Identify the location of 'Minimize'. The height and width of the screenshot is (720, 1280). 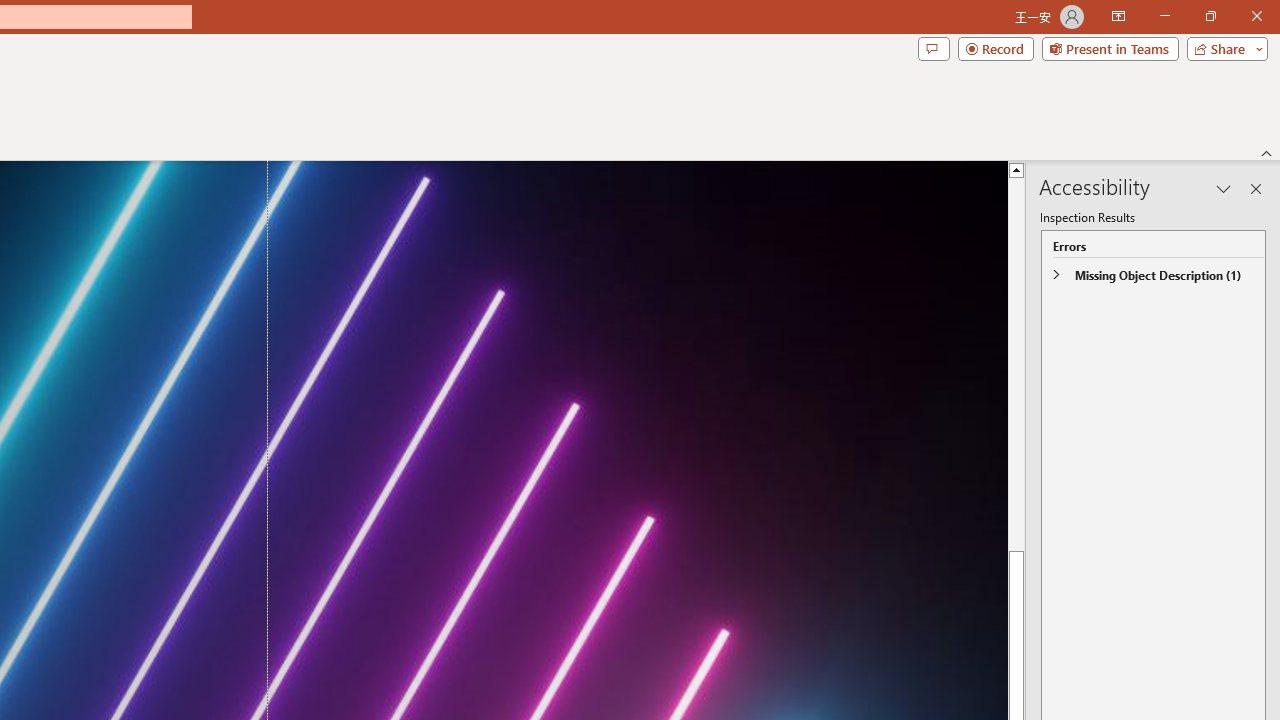
(1164, 16).